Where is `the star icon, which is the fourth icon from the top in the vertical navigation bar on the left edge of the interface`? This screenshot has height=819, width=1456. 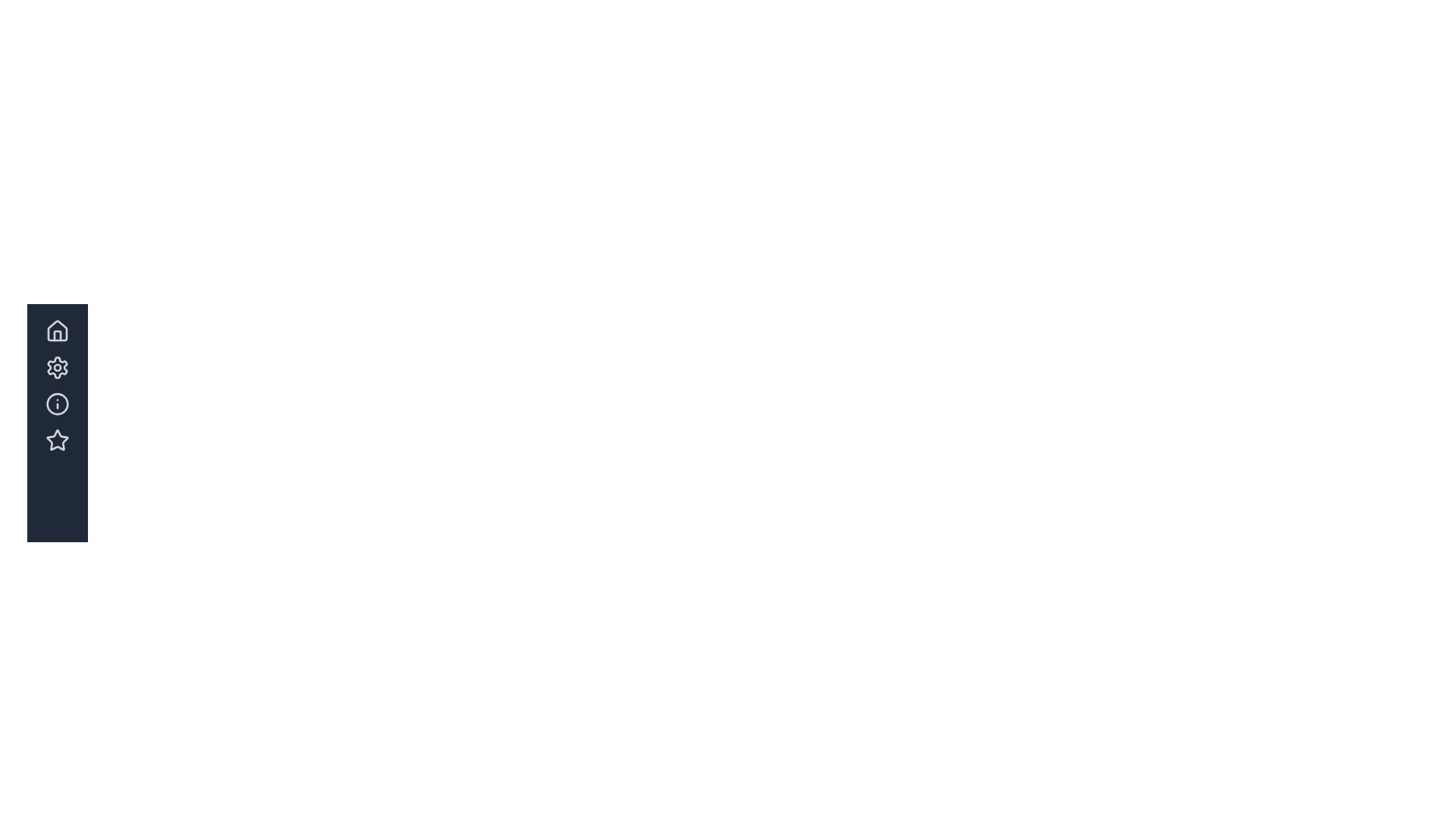 the star icon, which is the fourth icon from the top in the vertical navigation bar on the left edge of the interface is located at coordinates (58, 440).